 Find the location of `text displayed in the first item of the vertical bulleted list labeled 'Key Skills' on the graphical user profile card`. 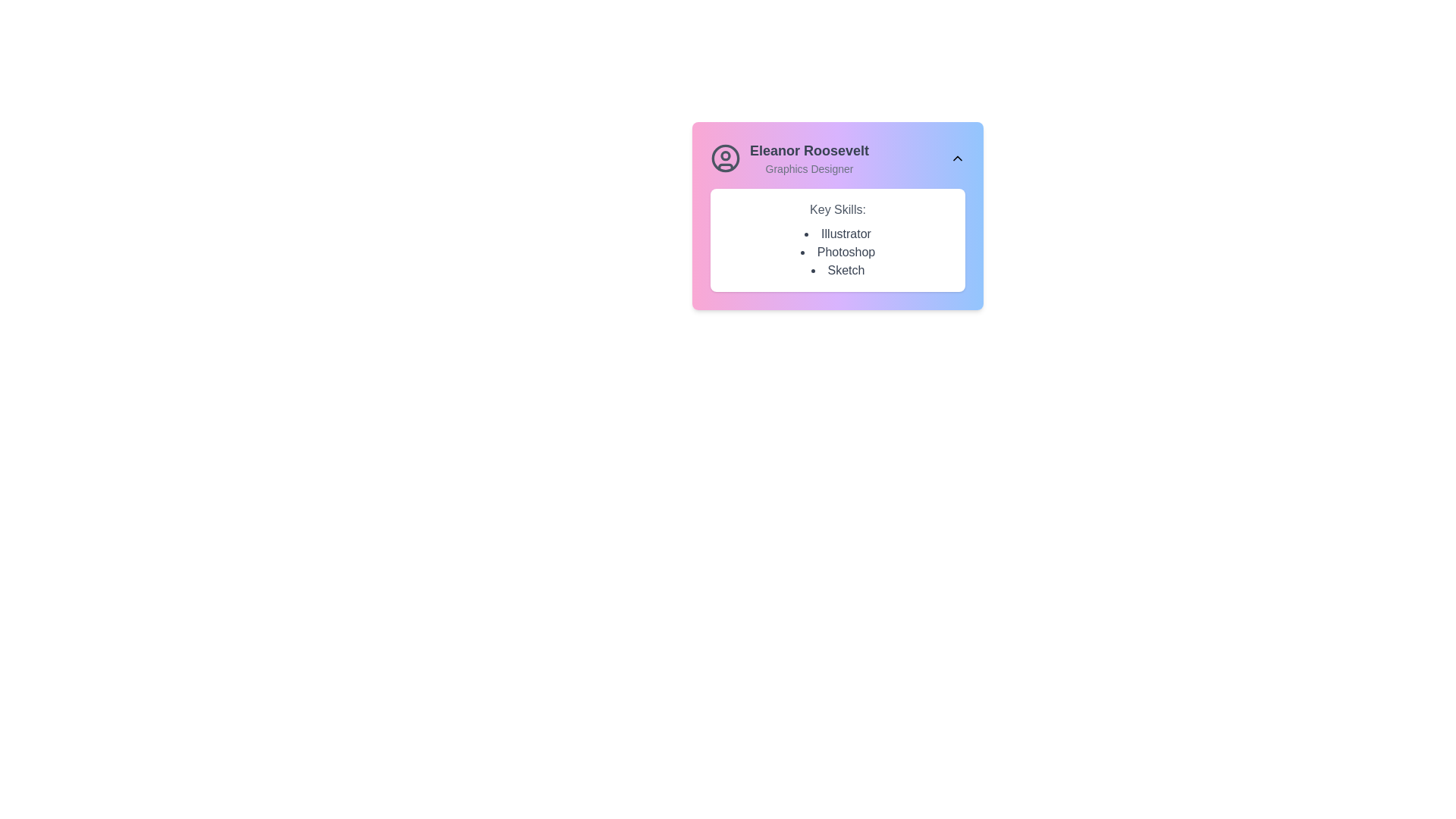

text displayed in the first item of the vertical bulleted list labeled 'Key Skills' on the graphical user profile card is located at coordinates (836, 234).